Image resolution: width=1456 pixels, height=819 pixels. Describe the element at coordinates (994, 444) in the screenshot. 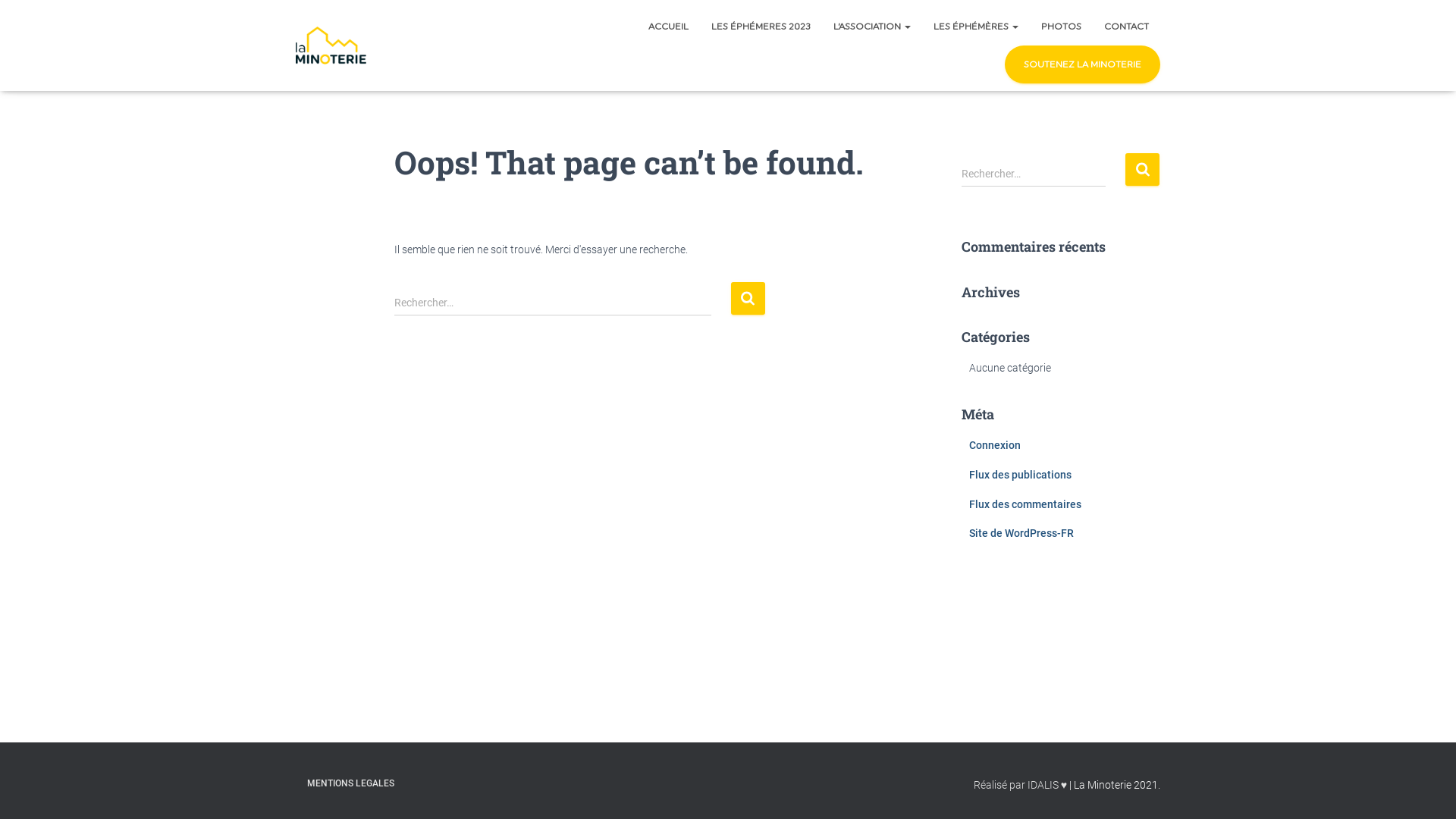

I see `'Connexion'` at that location.